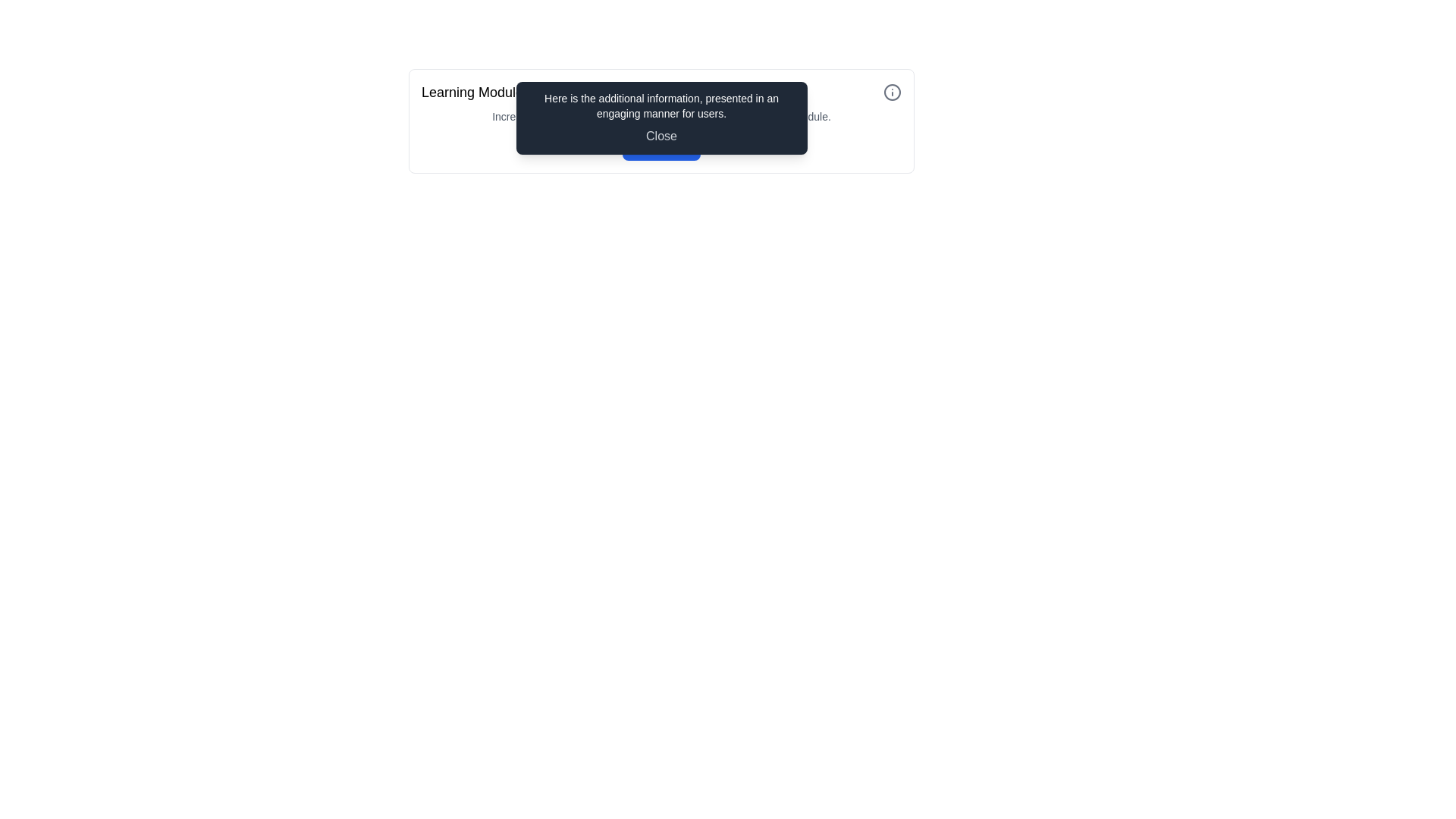 The image size is (1456, 819). Describe the element at coordinates (892, 93) in the screenshot. I see `the outermost circular part of the icon located in the top-right region of the modal or card interface, which serves as a background or structural outline for the icon's other components` at that location.